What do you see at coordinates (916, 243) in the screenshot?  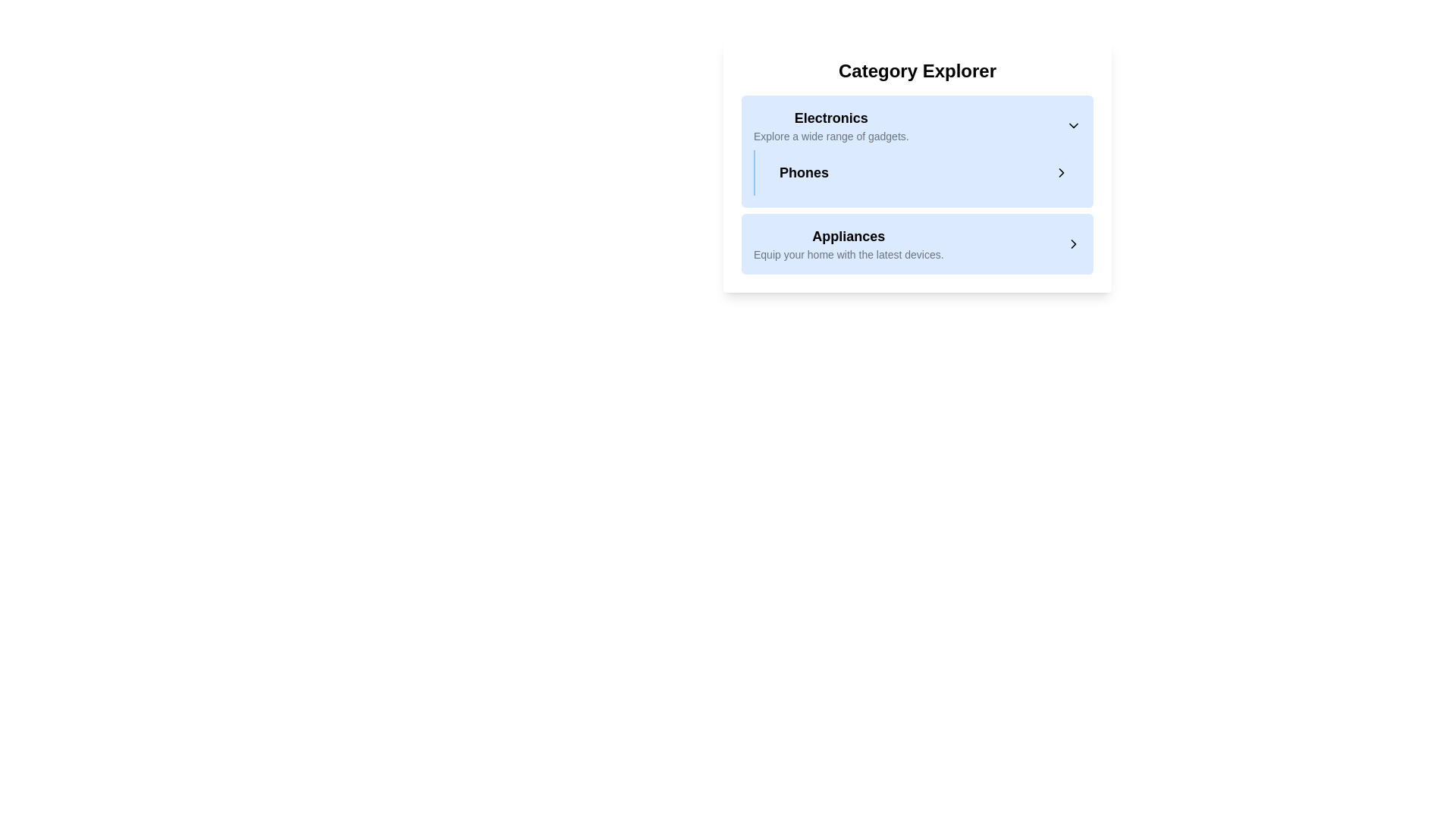 I see `the clickable navigation panel for the 'Appliances' category located at the bottom of the 'Category Explorer' section` at bounding box center [916, 243].